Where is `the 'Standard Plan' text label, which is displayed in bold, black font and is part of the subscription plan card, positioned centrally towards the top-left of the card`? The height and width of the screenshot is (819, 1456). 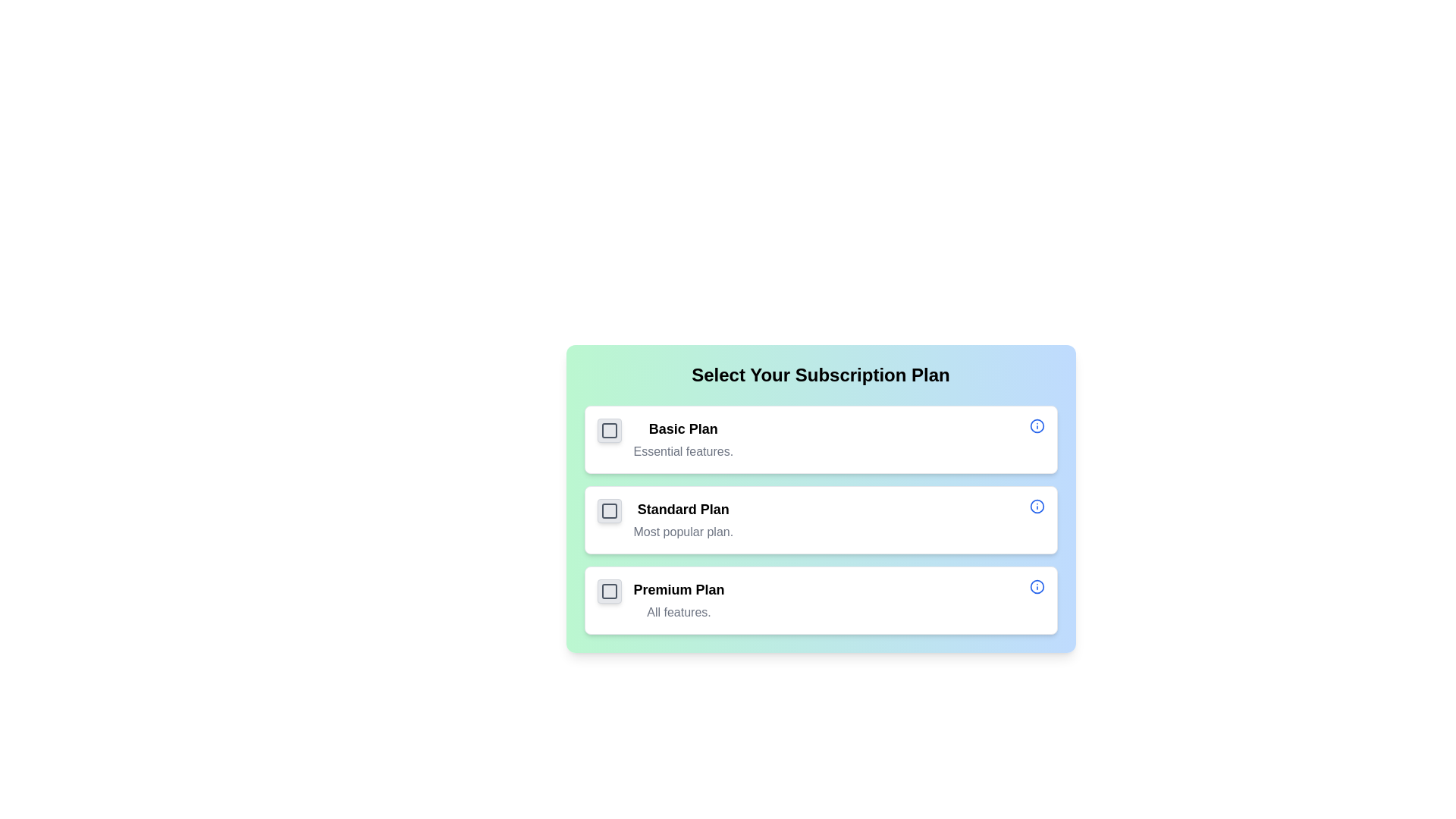
the 'Standard Plan' text label, which is displayed in bold, black font and is part of the subscription plan card, positioned centrally towards the top-left of the card is located at coordinates (682, 509).